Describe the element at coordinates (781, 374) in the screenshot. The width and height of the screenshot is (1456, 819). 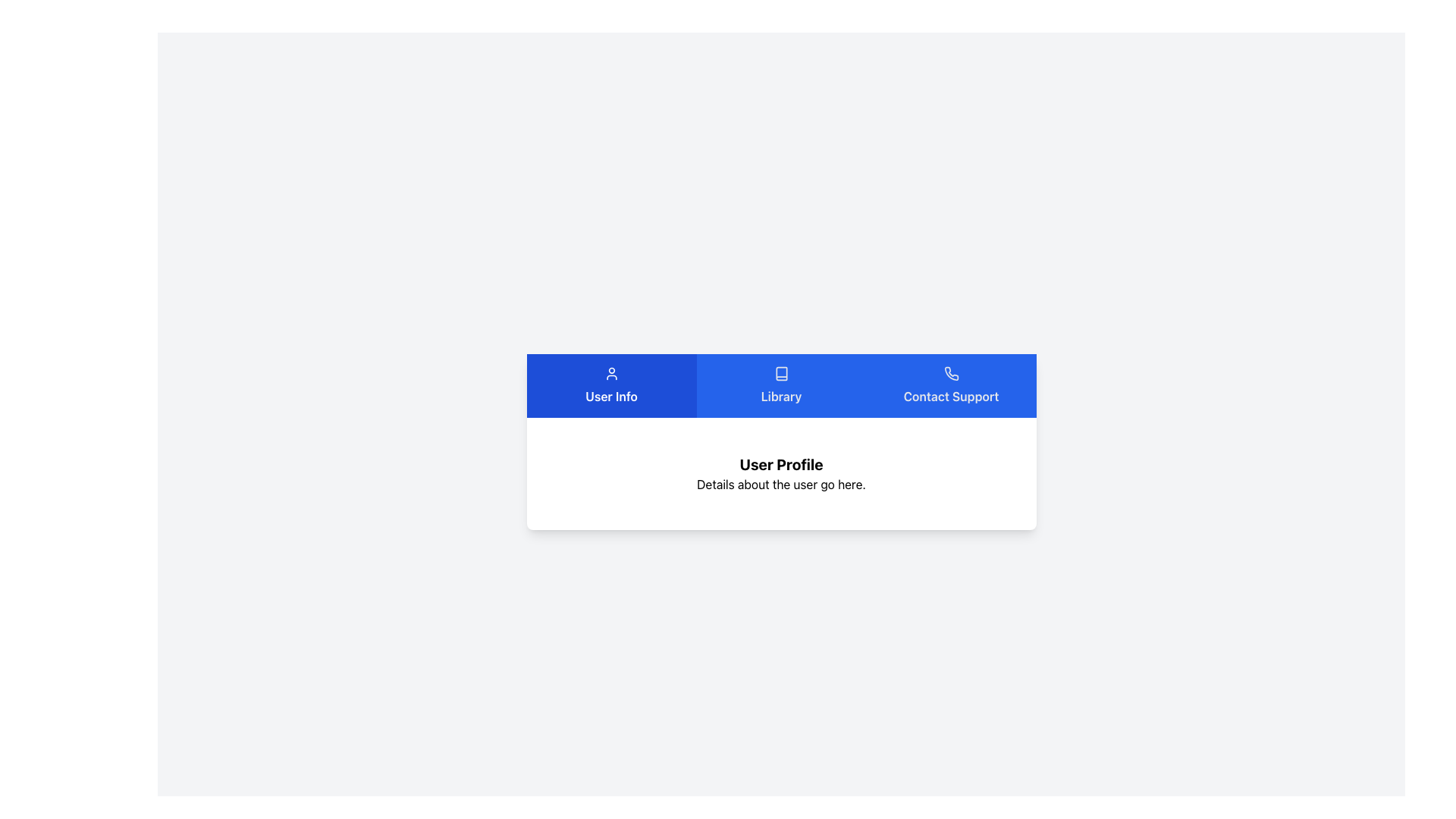
I see `the blue book icon located in the navigation bar, which is centrally placed above the 'Library' label and flanked by 'User Info' and 'Contact Support' icons` at that location.